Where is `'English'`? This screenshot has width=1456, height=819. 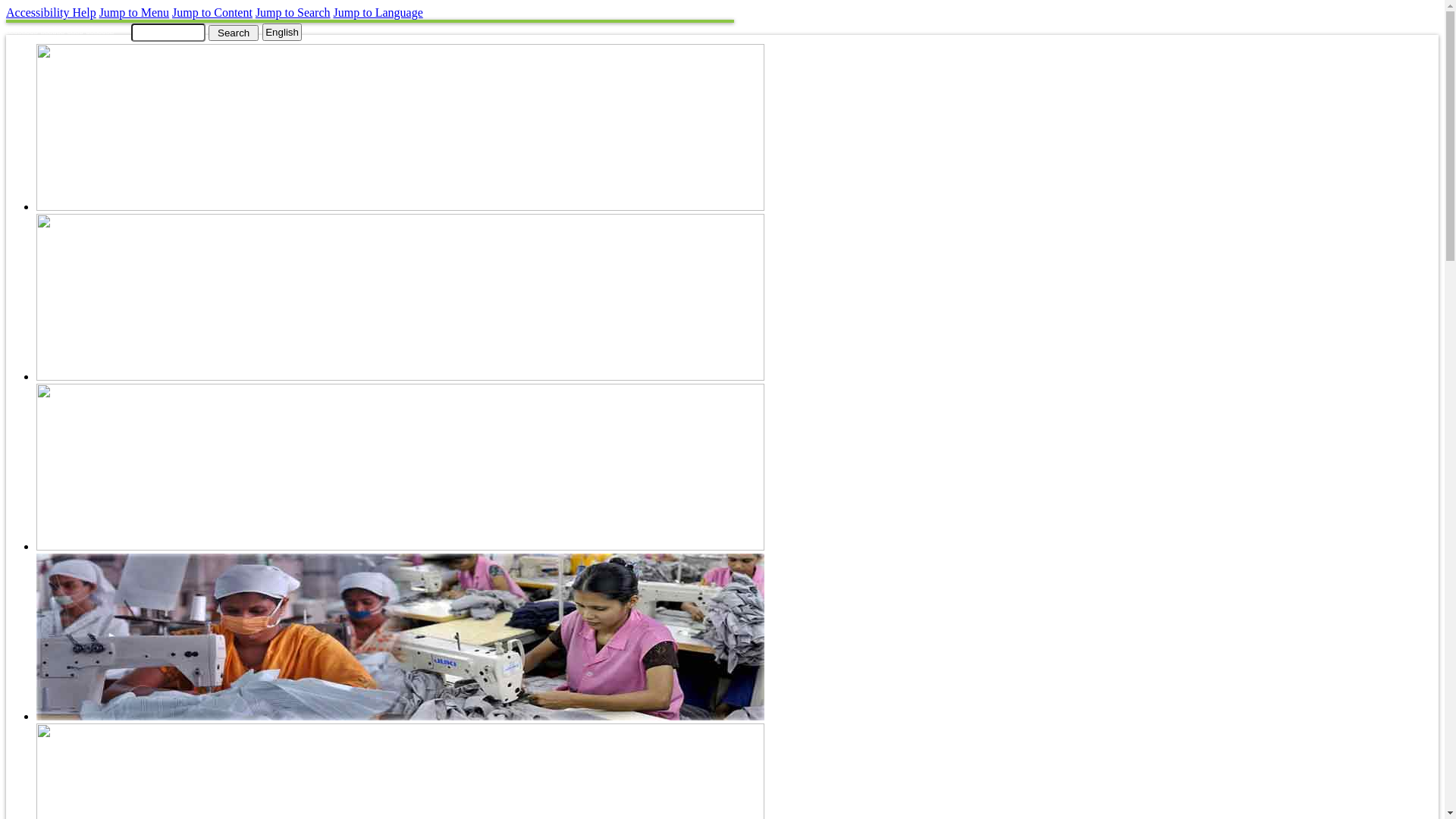 'English' is located at coordinates (282, 32).